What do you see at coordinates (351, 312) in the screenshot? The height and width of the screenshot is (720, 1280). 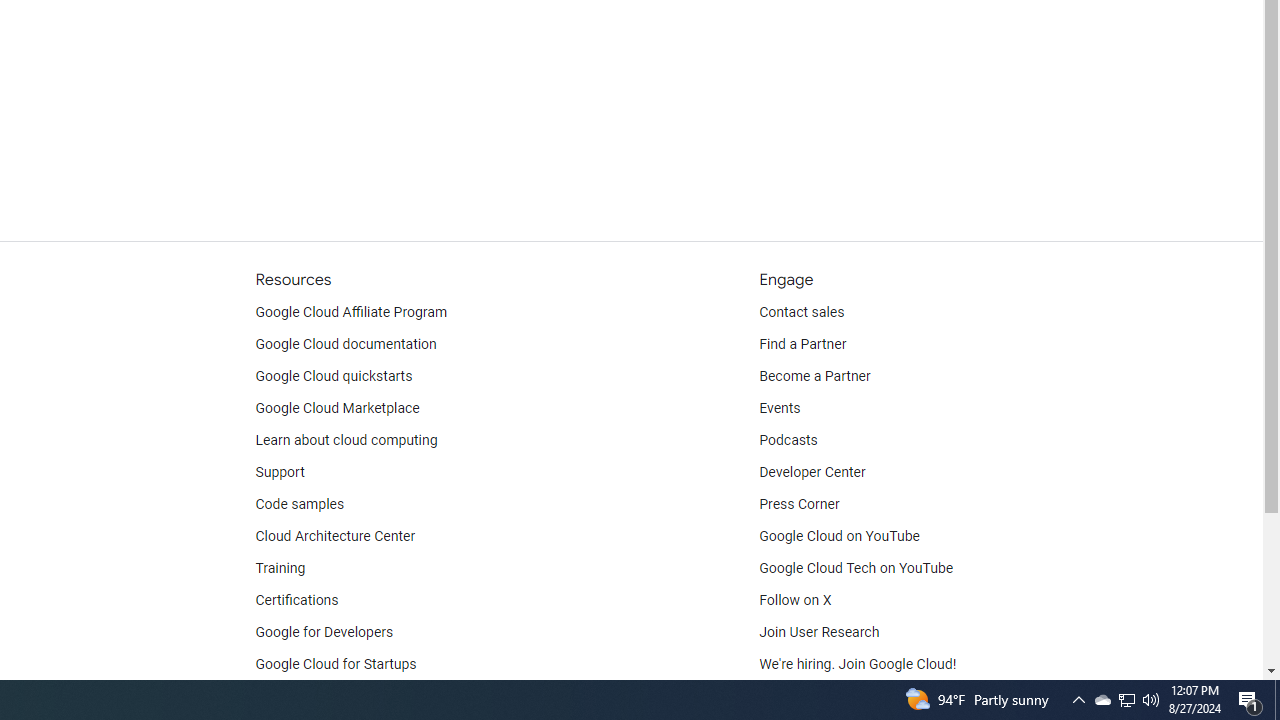 I see `'Google Cloud Affiliate Program'` at bounding box center [351, 312].